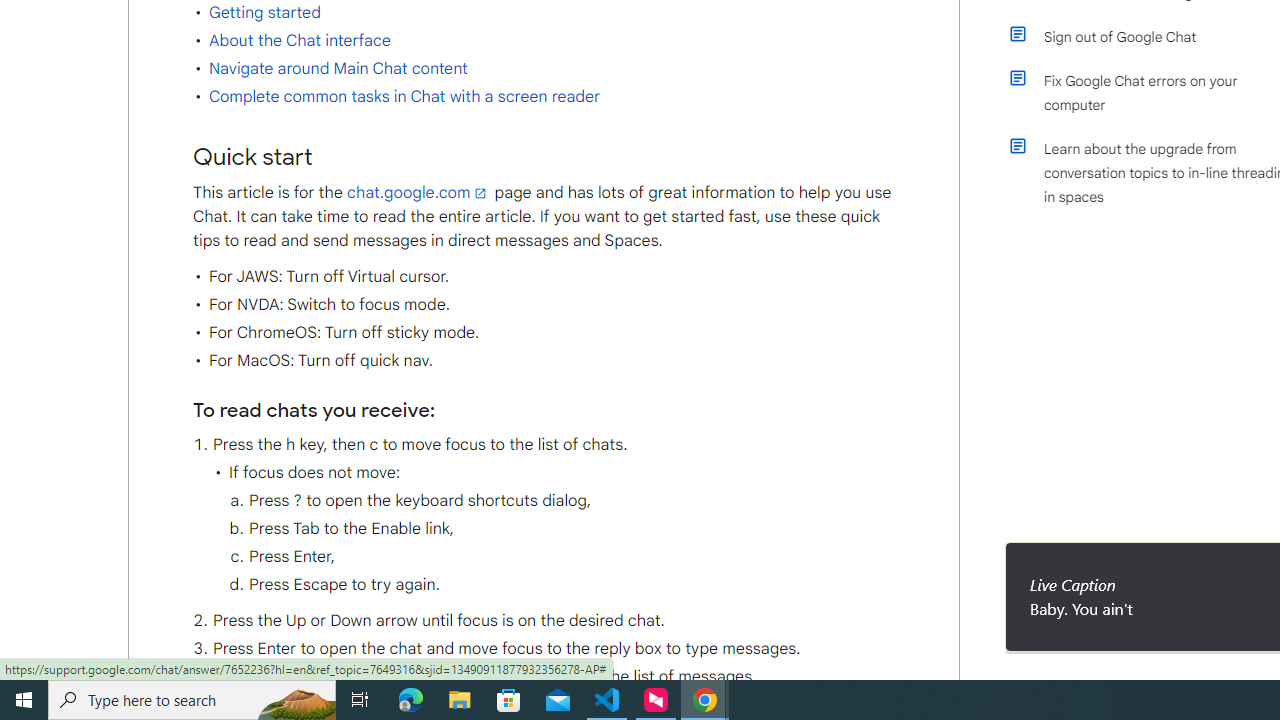 The image size is (1280, 720). What do you see at coordinates (338, 68) in the screenshot?
I see `'Navigate around Main Chat content'` at bounding box center [338, 68].